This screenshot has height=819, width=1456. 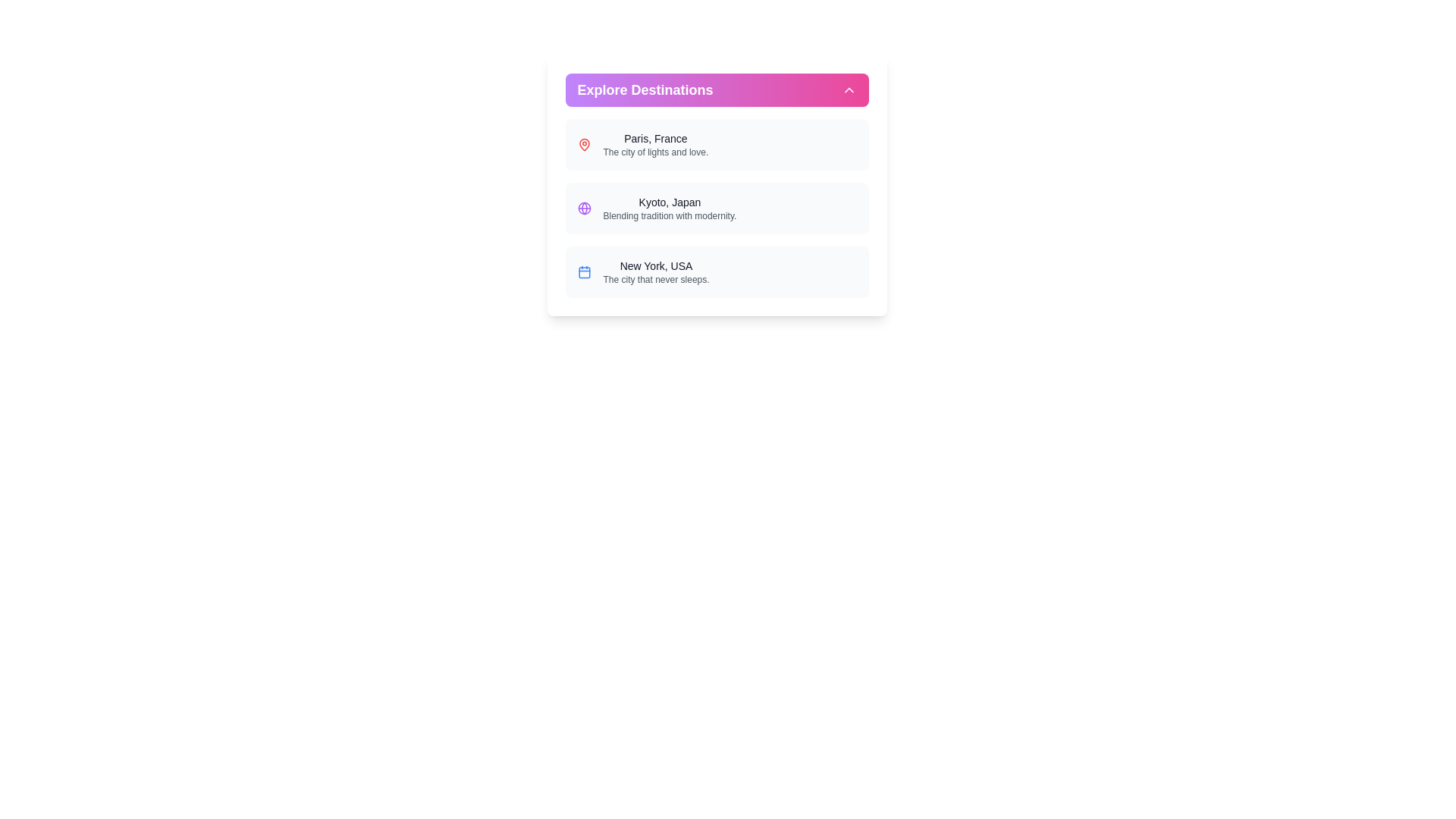 What do you see at coordinates (669, 216) in the screenshot?
I see `the static text element reading 'Blending tradition with modernity.' which is located beneath 'Kyoto, Japan' and above 'New York, USA.'` at bounding box center [669, 216].